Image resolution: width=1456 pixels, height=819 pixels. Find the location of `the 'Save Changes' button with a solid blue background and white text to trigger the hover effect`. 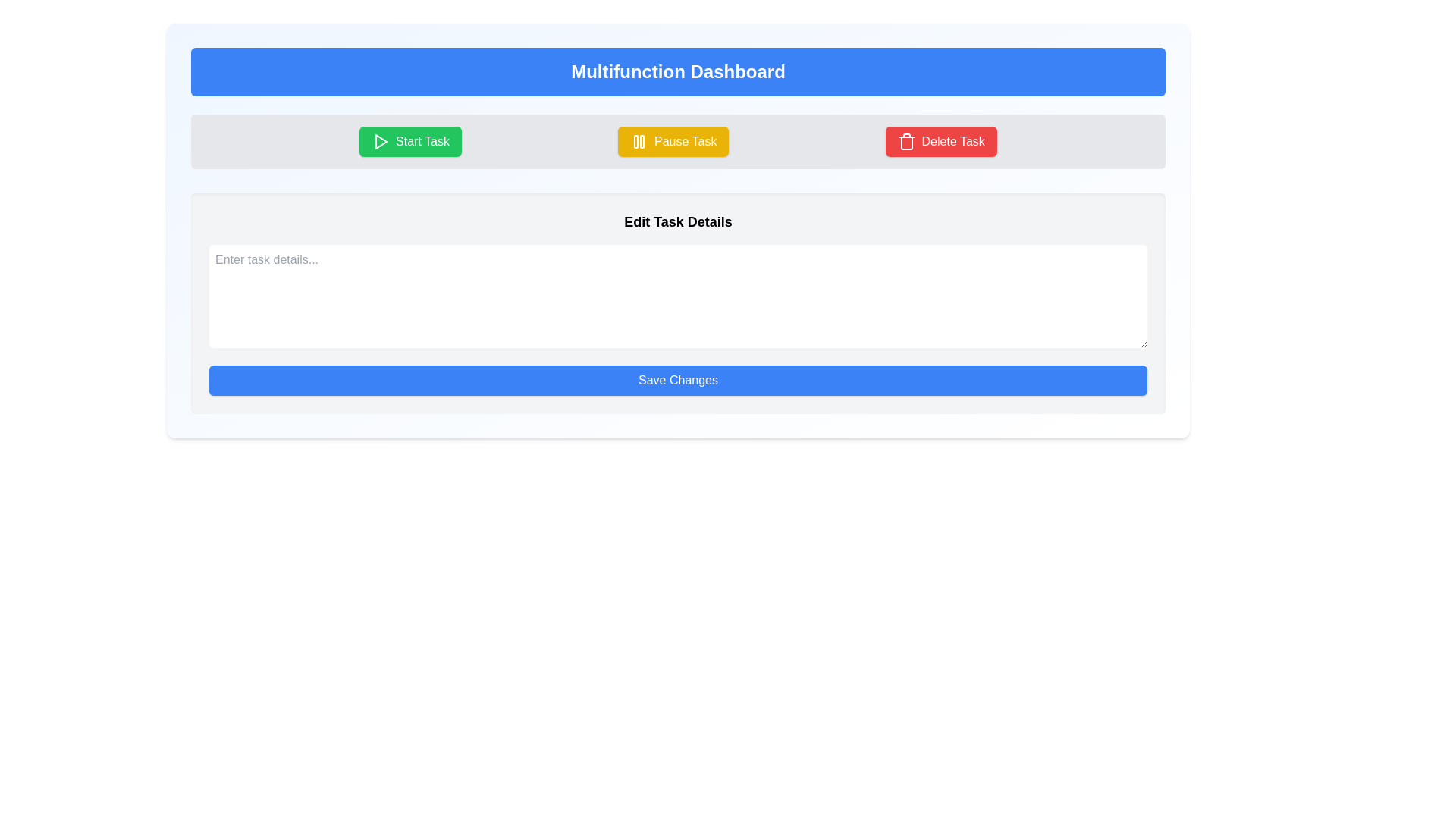

the 'Save Changes' button with a solid blue background and white text to trigger the hover effect is located at coordinates (677, 379).